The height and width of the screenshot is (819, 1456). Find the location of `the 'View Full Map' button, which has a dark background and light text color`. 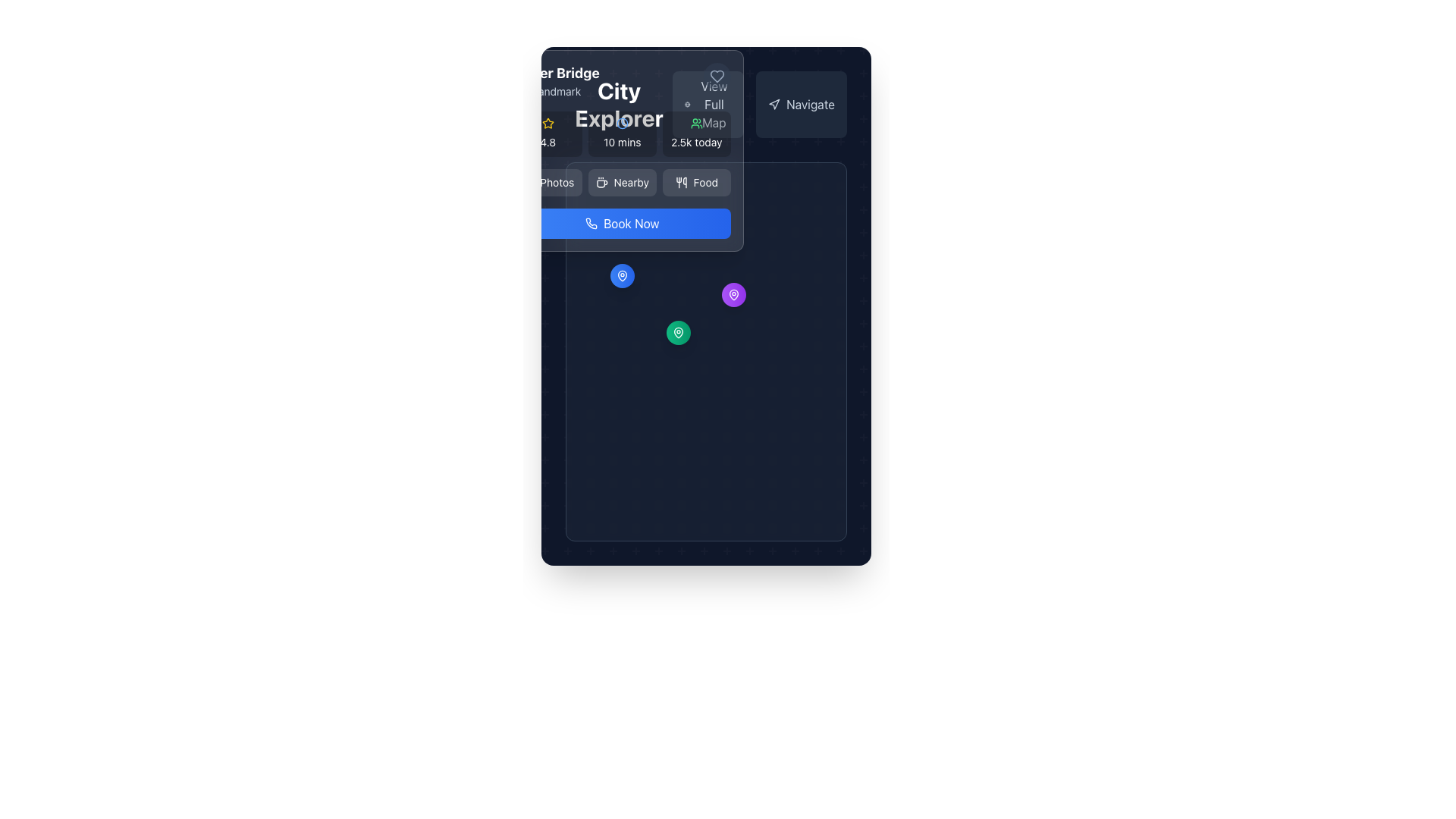

the 'View Full Map' button, which has a dark background and light text color is located at coordinates (705, 104).